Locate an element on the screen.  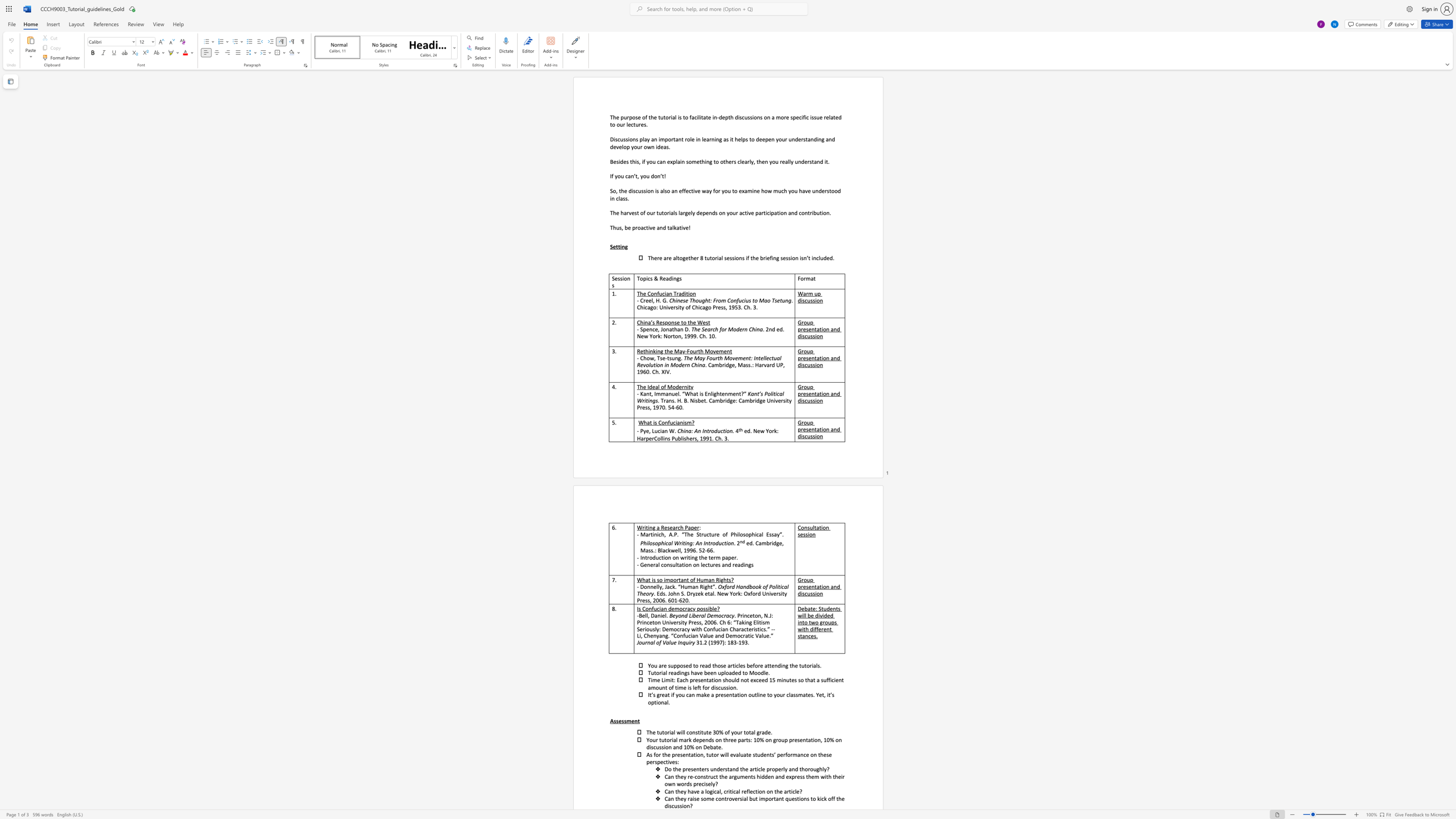
the subset text "or" within the text ". 2nd ed. New York: Norton, 1999. Ch. 10." is located at coordinates (667, 336).